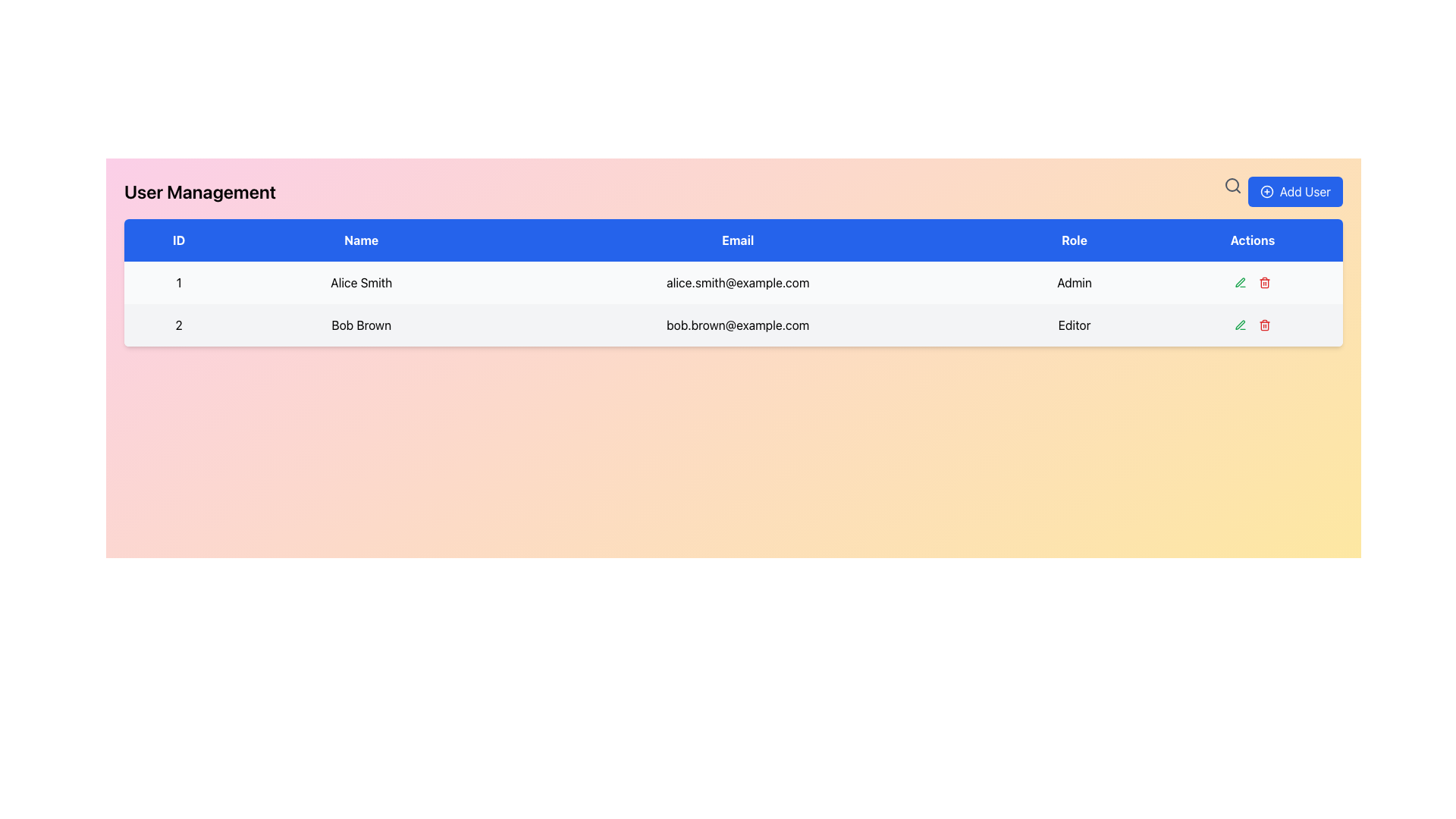  I want to click on the Table Header Cell labeled 'Name', which is the second column header in the table, styled with bold white text on a blue background, so click(360, 239).